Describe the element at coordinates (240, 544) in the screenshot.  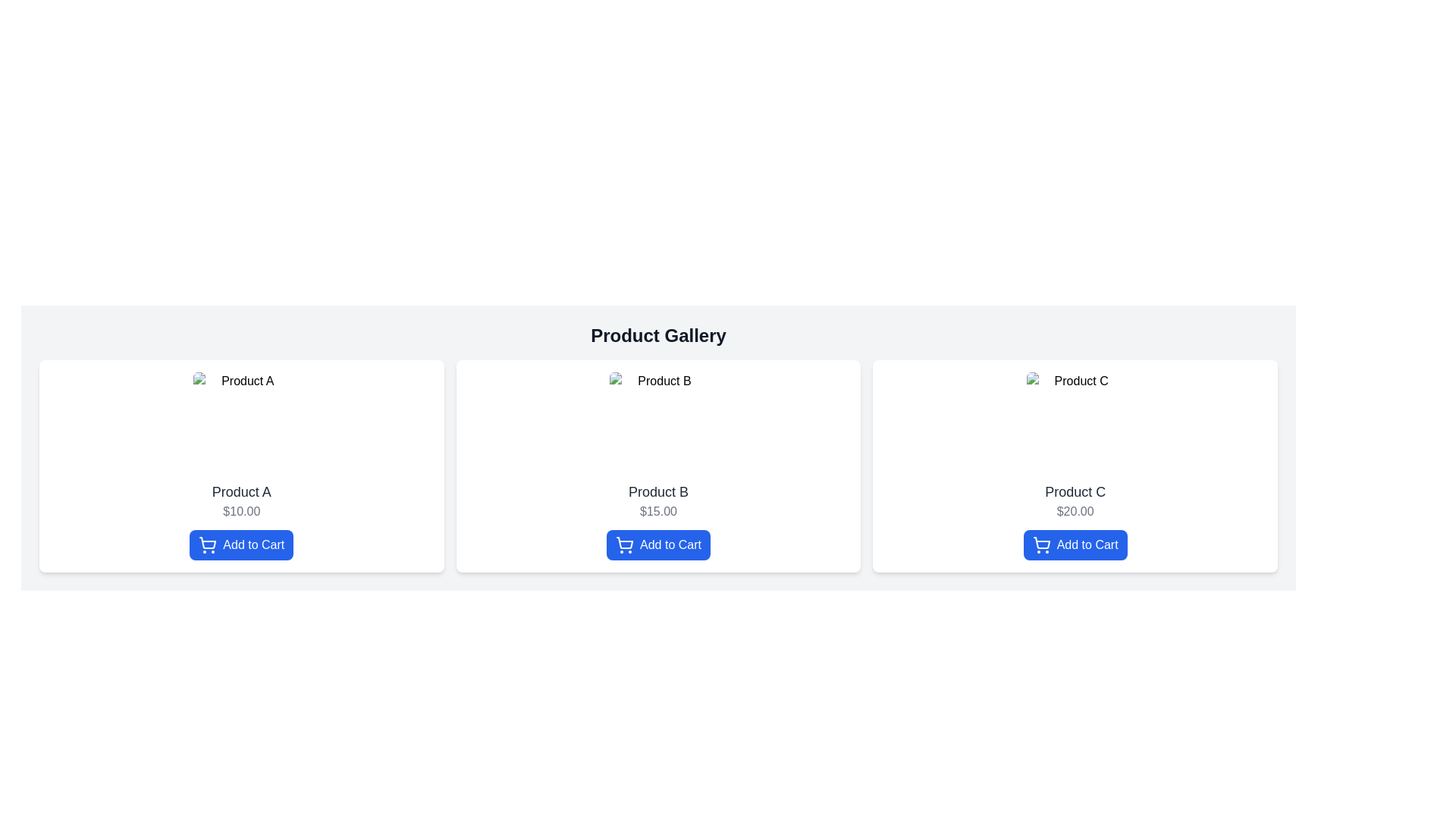
I see `the 'Add to Cart' button, which is a rectangular button with a blue background and white text` at that location.